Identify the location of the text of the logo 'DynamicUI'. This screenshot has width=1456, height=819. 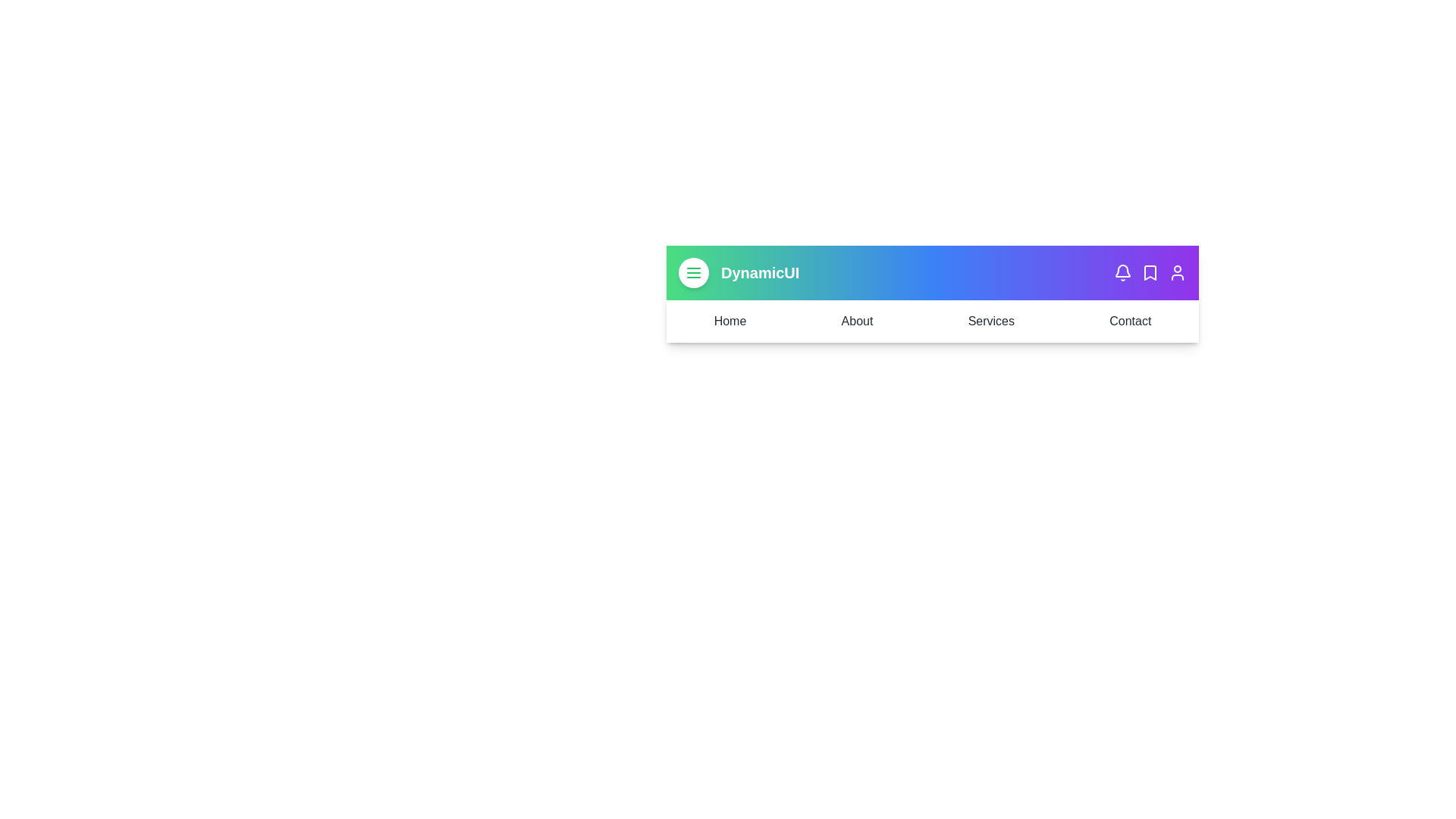
(760, 271).